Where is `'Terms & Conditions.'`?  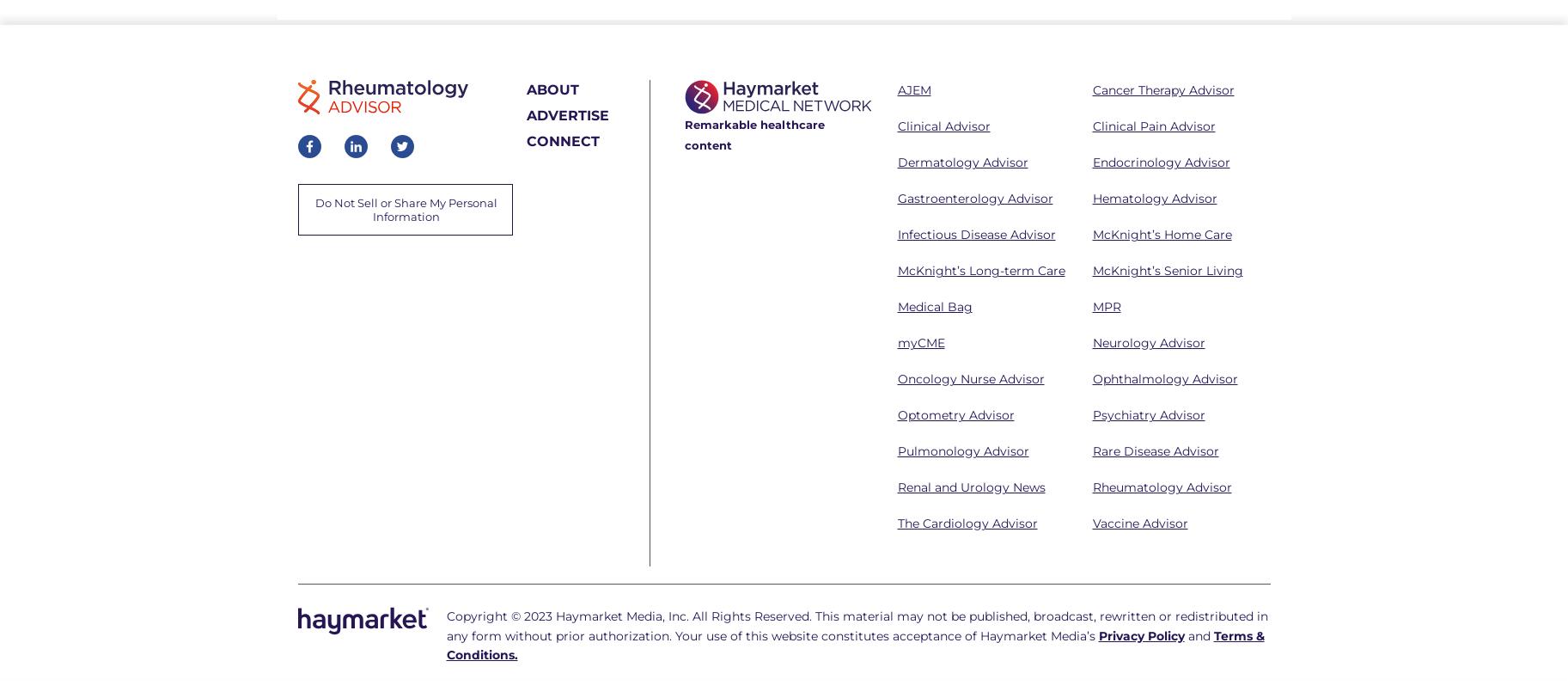 'Terms & Conditions.' is located at coordinates (854, 644).